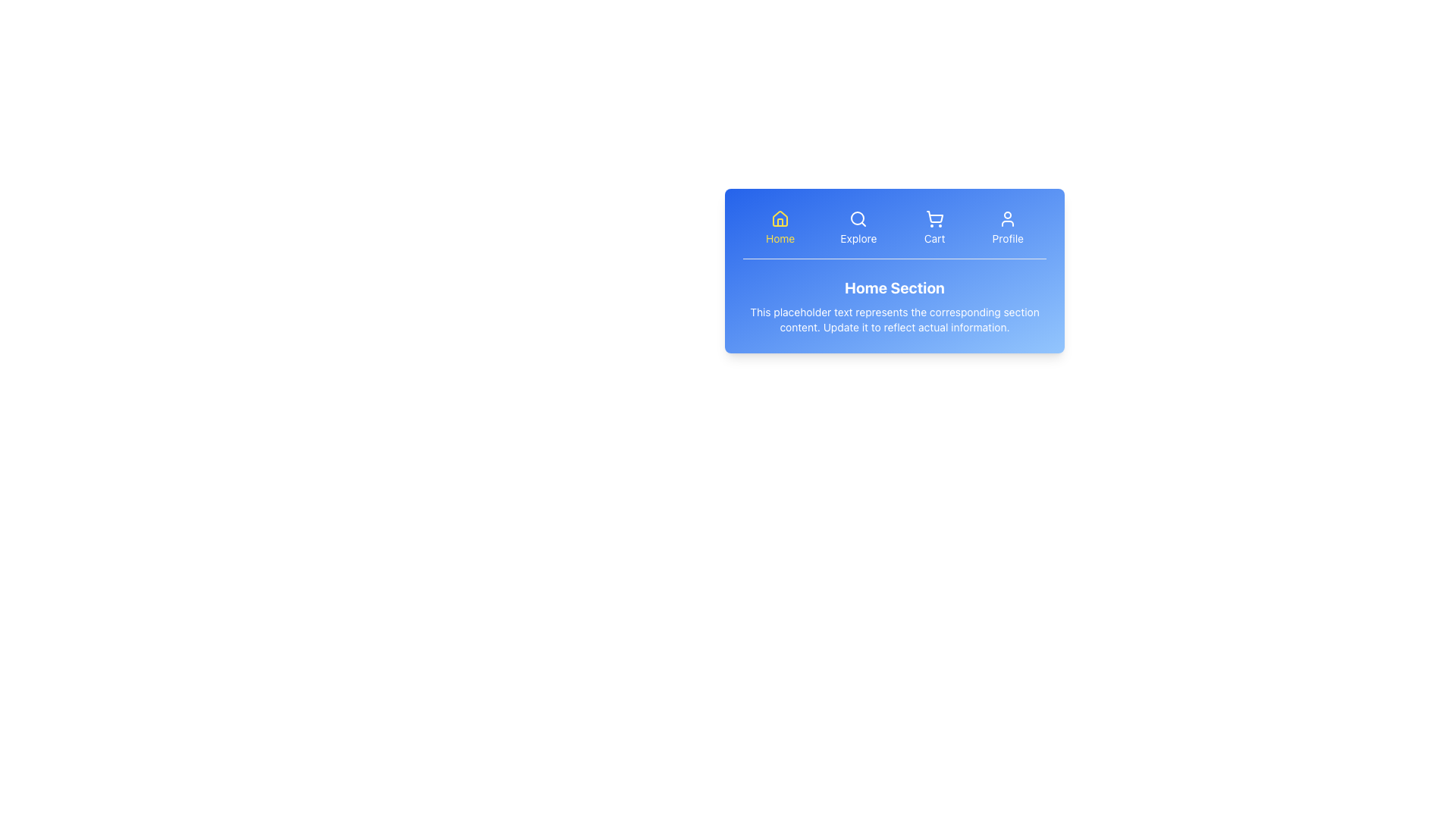  Describe the element at coordinates (780, 218) in the screenshot. I see `the 'Home' icon located in the first section of the navigation bar` at that location.